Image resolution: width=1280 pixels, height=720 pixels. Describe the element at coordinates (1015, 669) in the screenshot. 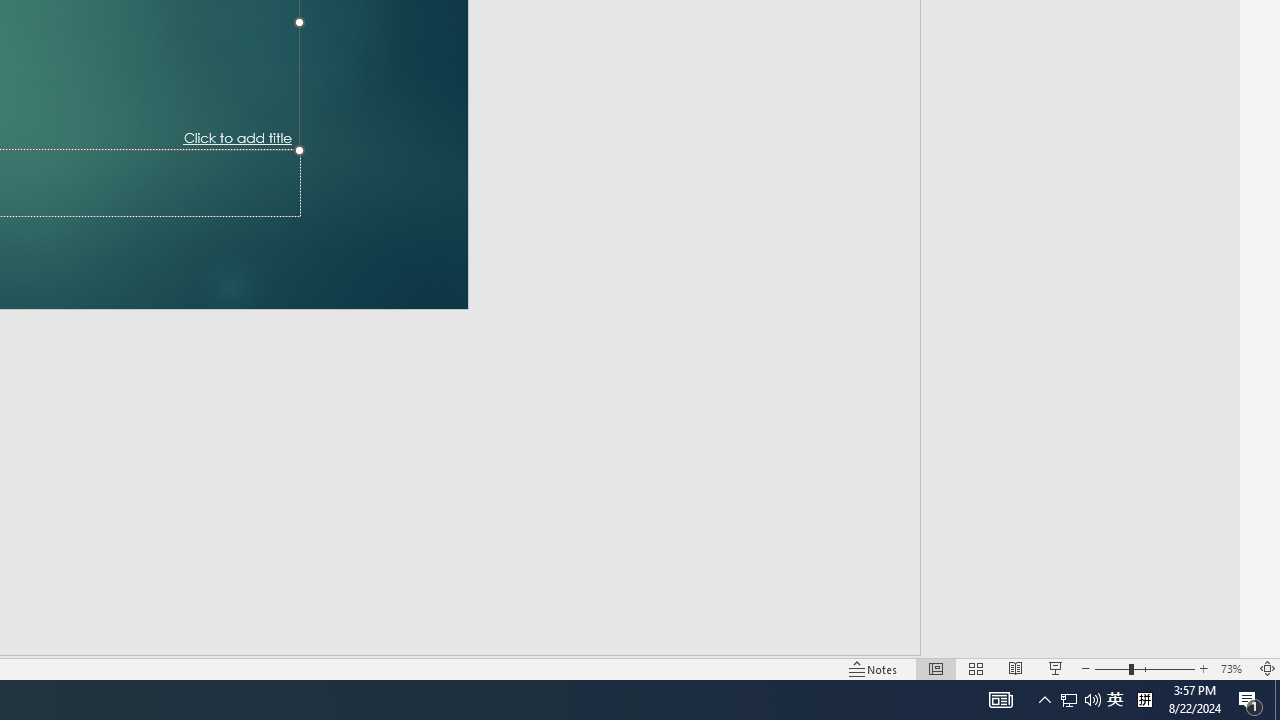

I see `'Reading View'` at that location.